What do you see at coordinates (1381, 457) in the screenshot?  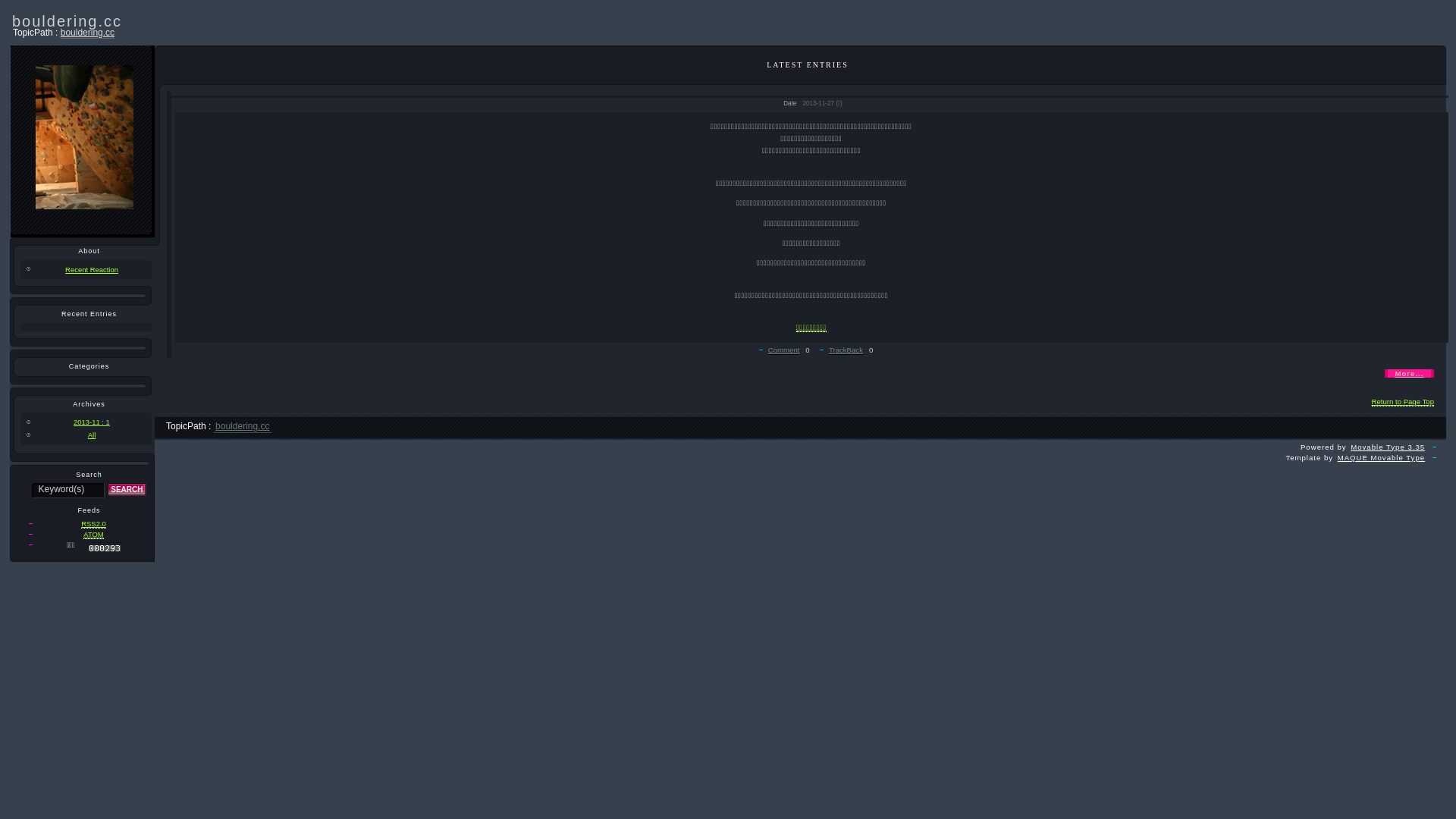 I see `'MAQUE Movable Type'` at bounding box center [1381, 457].